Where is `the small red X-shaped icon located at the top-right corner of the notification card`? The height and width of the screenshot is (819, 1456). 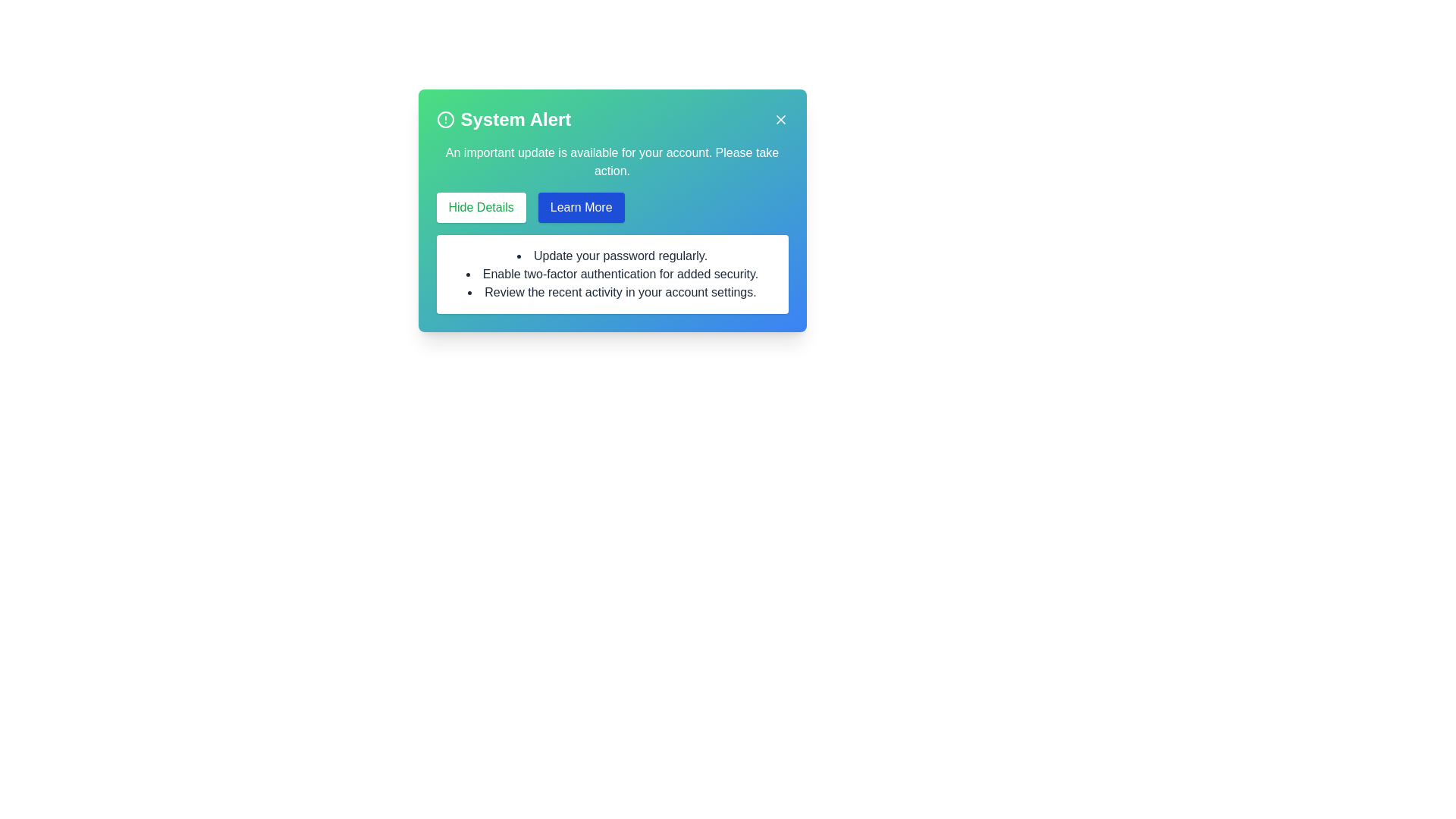
the small red X-shaped icon located at the top-right corner of the notification card is located at coordinates (780, 119).